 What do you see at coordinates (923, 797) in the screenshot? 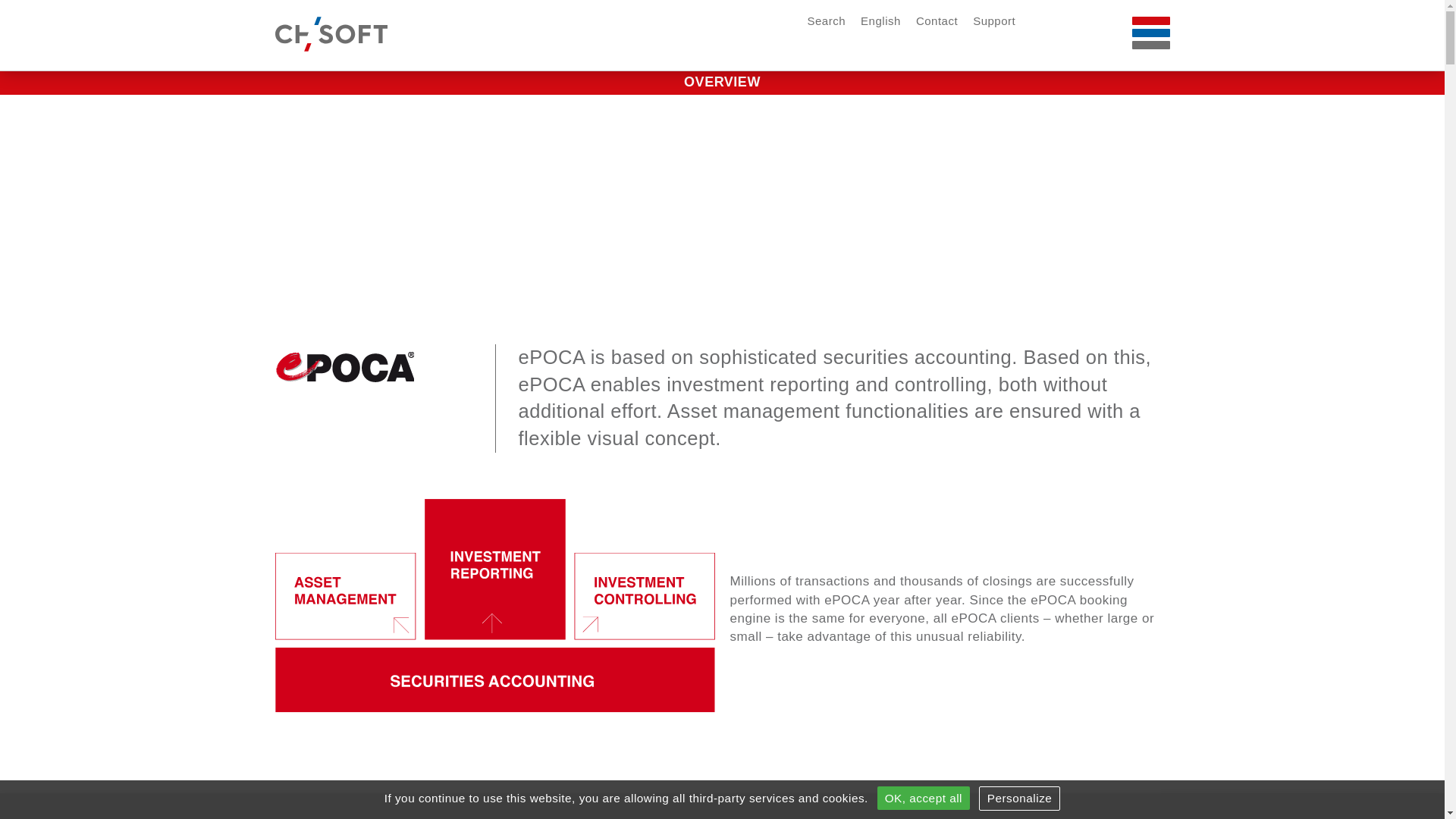
I see `'OK, accept all'` at bounding box center [923, 797].